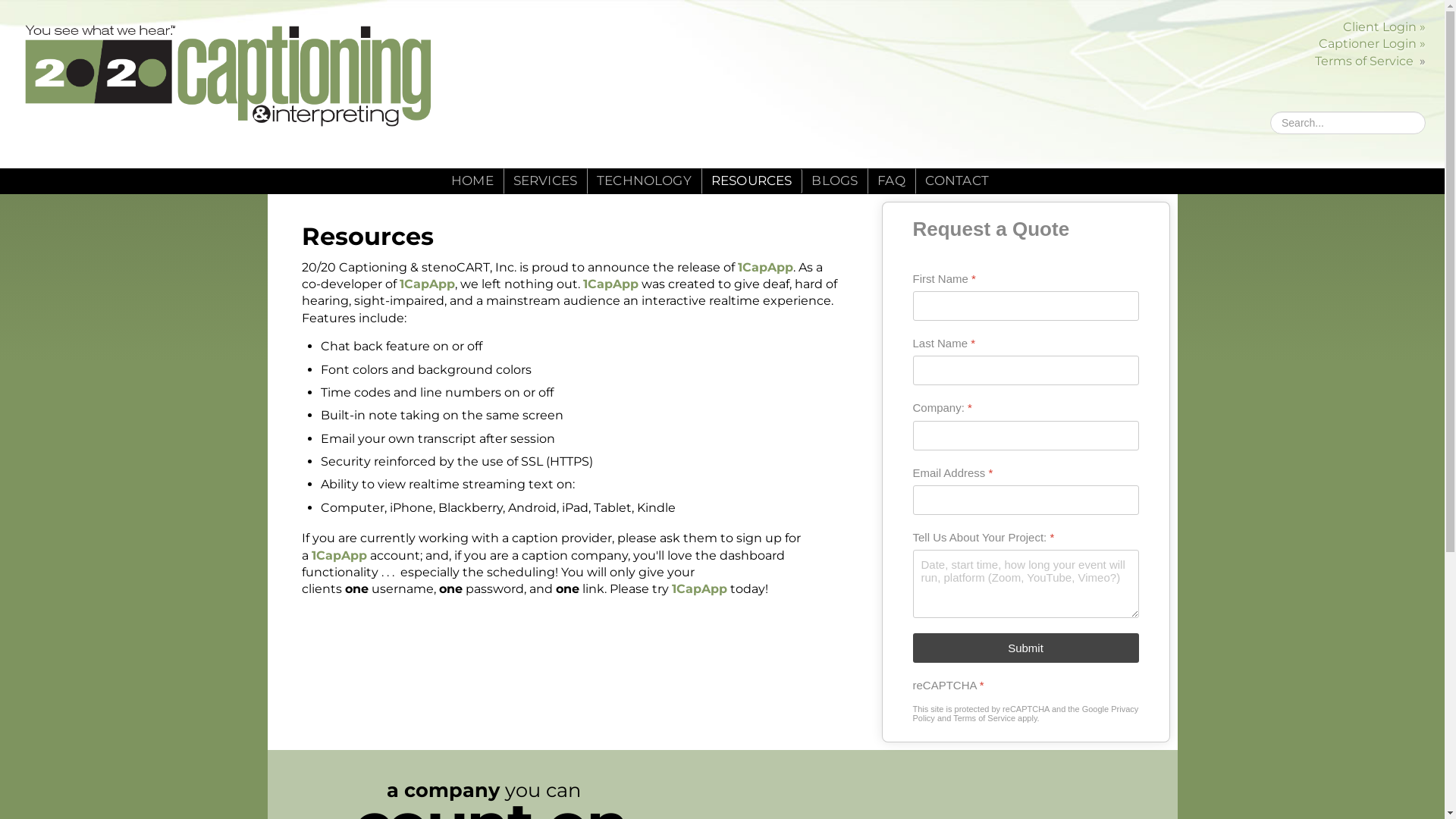  What do you see at coordinates (610, 284) in the screenshot?
I see `'1CapApp'` at bounding box center [610, 284].